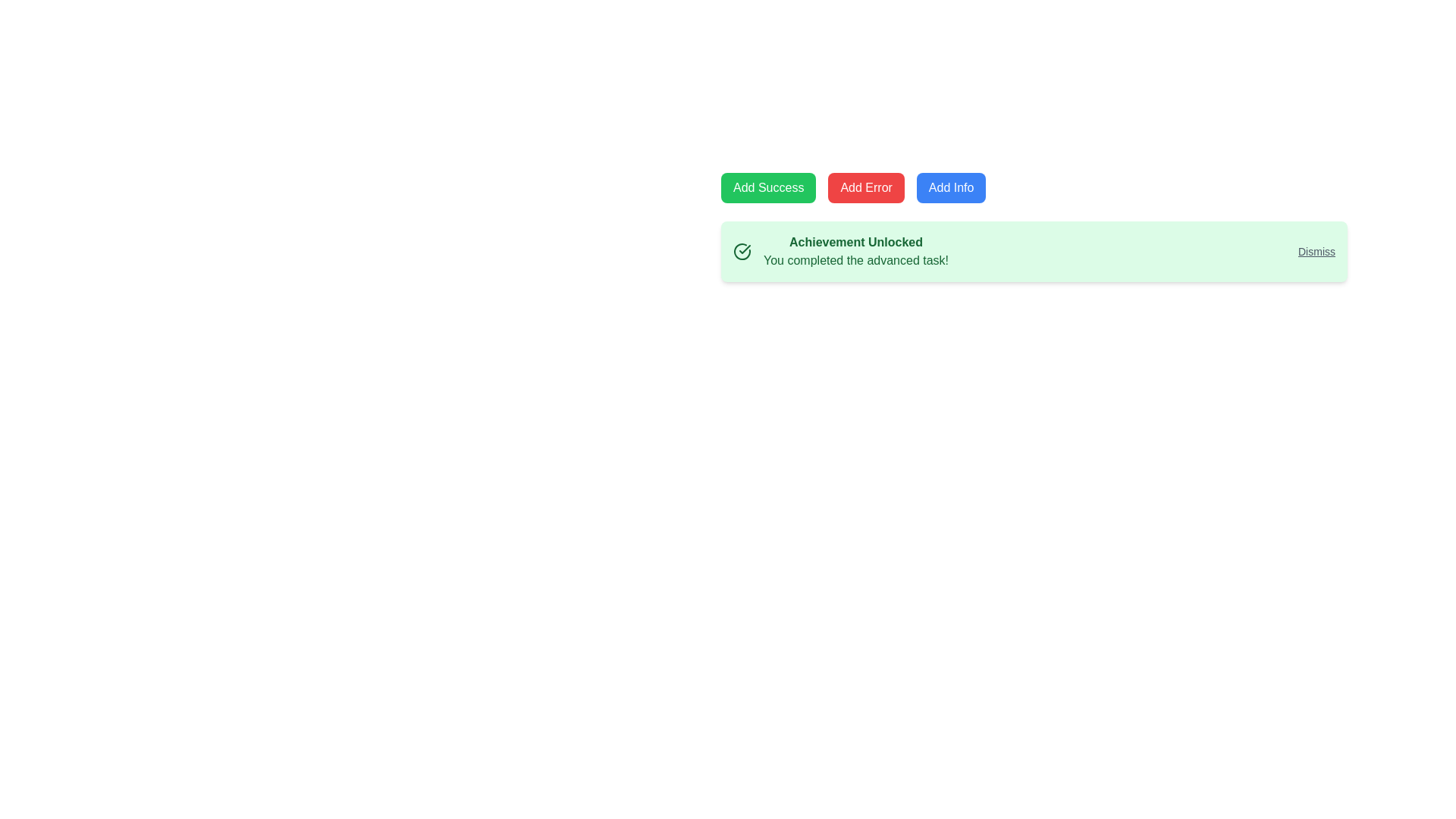  I want to click on the prominent heading text element displaying 'Achievement Unlocked' in bold dark green font, located at the top-left of the light green notification card, so click(855, 242).